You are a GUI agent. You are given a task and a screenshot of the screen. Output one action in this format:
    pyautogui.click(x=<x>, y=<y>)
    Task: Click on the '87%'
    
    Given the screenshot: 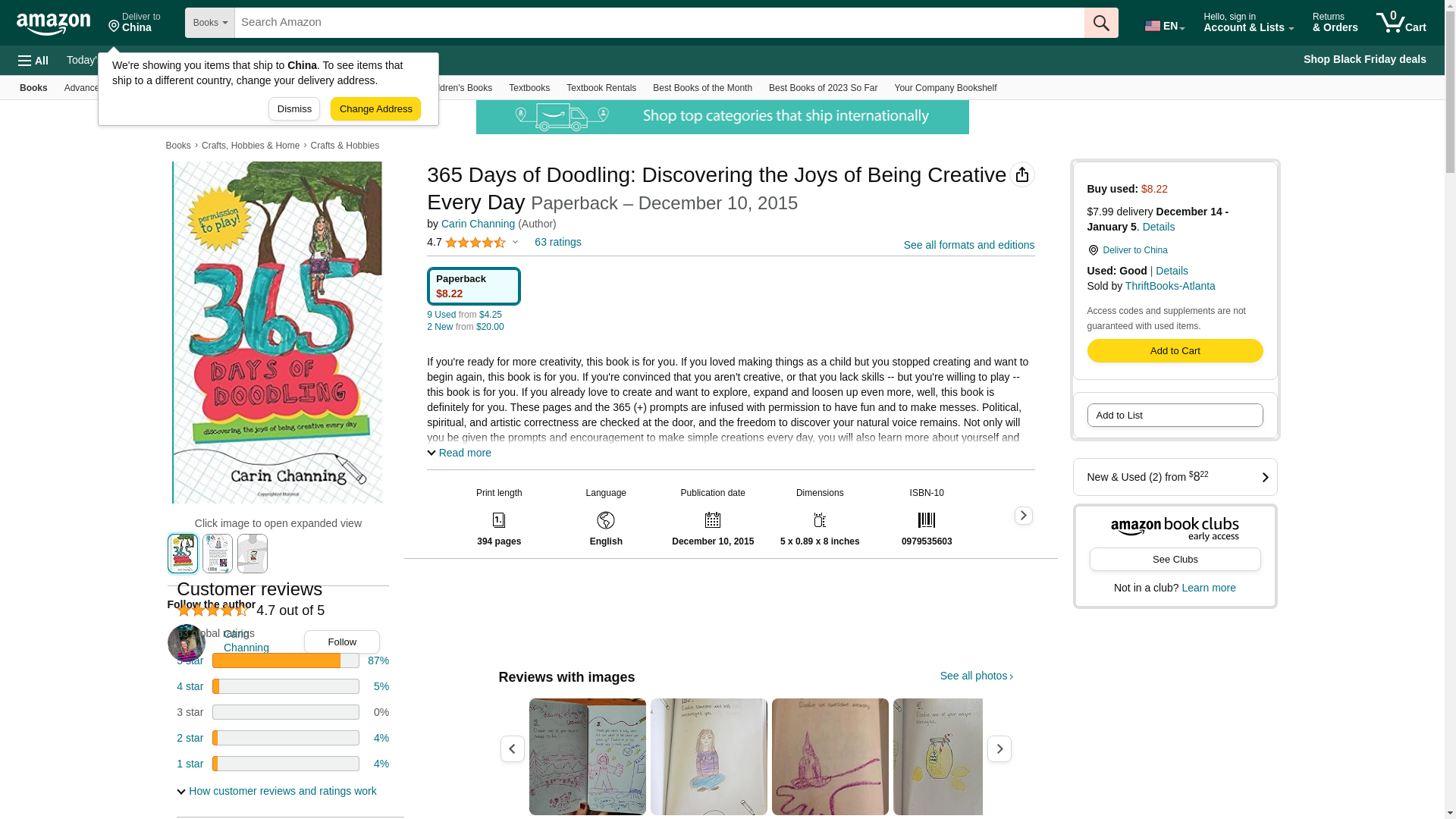 What is the action you would take?
    pyautogui.click(x=378, y=660)
    